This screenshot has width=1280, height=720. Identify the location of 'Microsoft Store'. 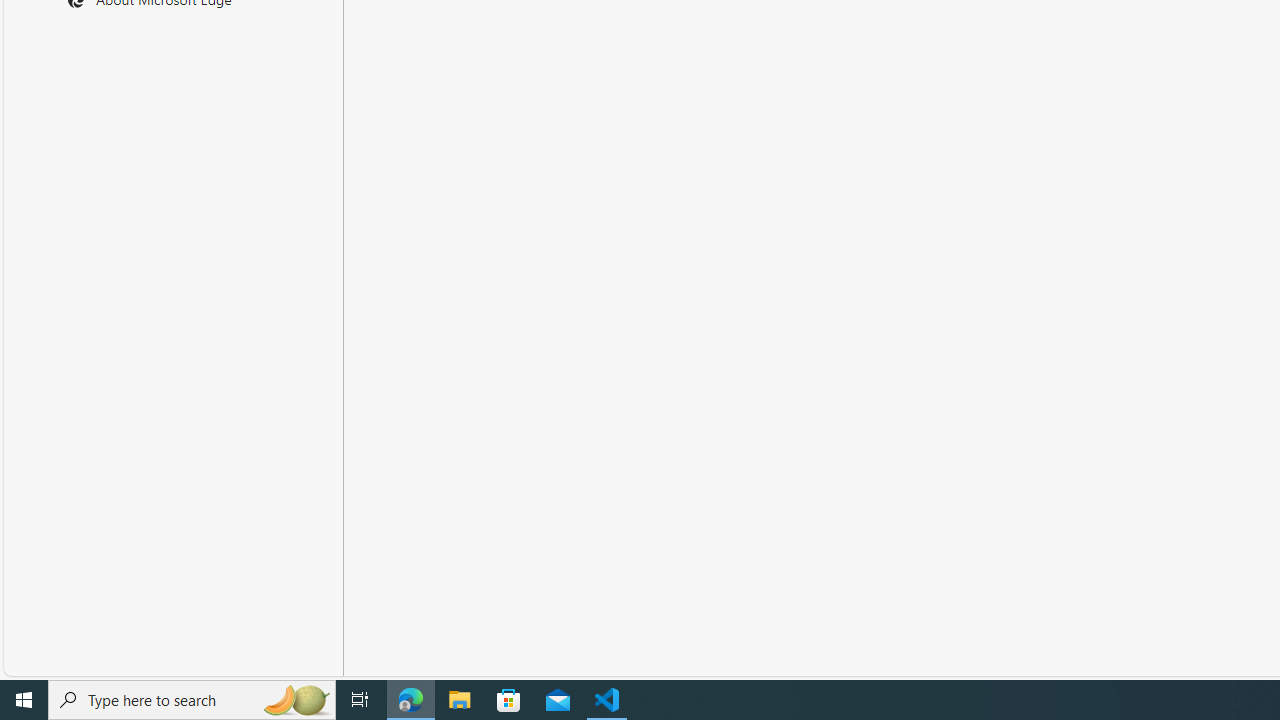
(509, 698).